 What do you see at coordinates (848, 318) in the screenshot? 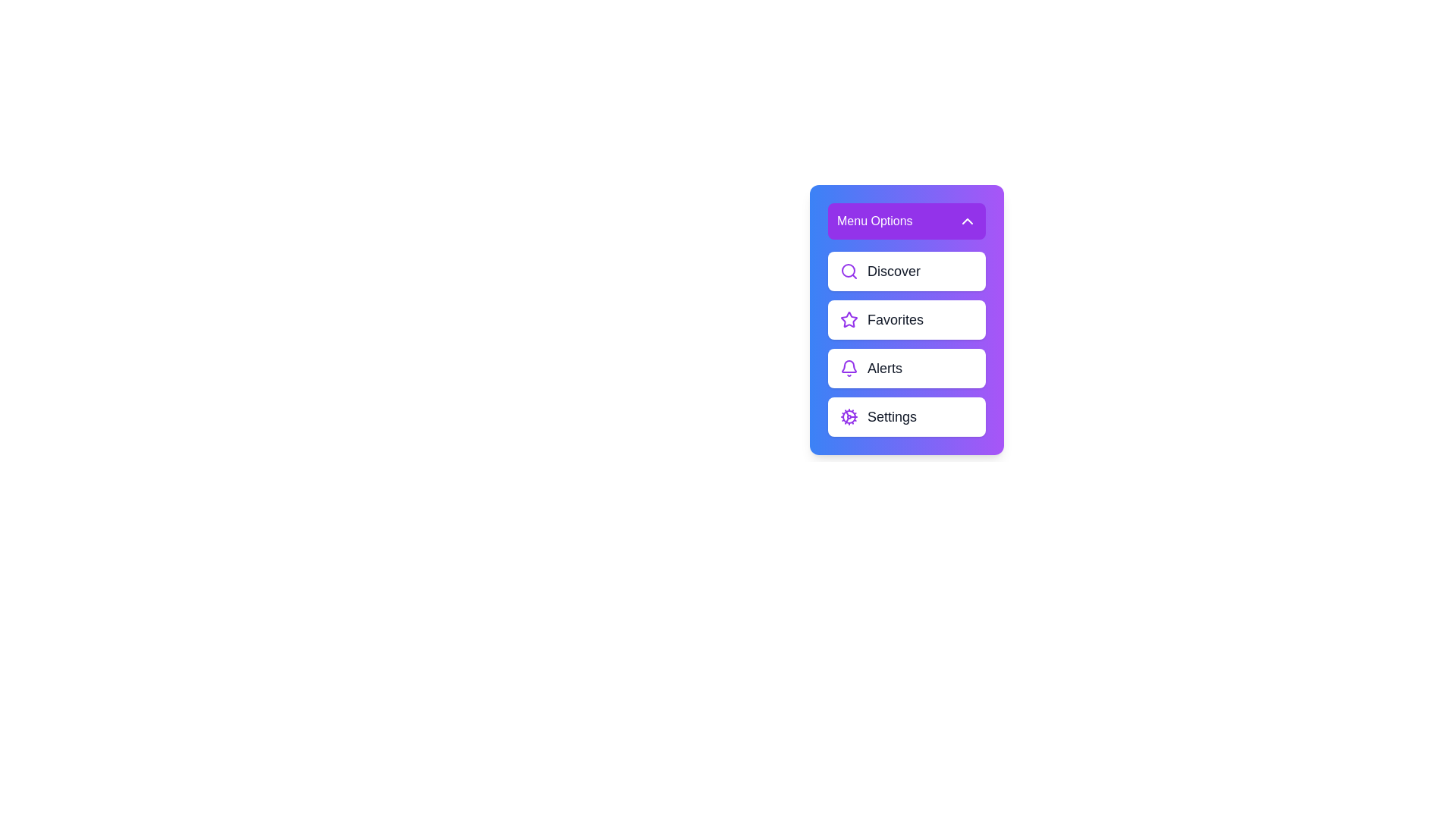
I see `the star-shaped icon with a purple border and hollow interior, which is the second item in the vertical menu next to the 'Favorites' label` at bounding box center [848, 318].